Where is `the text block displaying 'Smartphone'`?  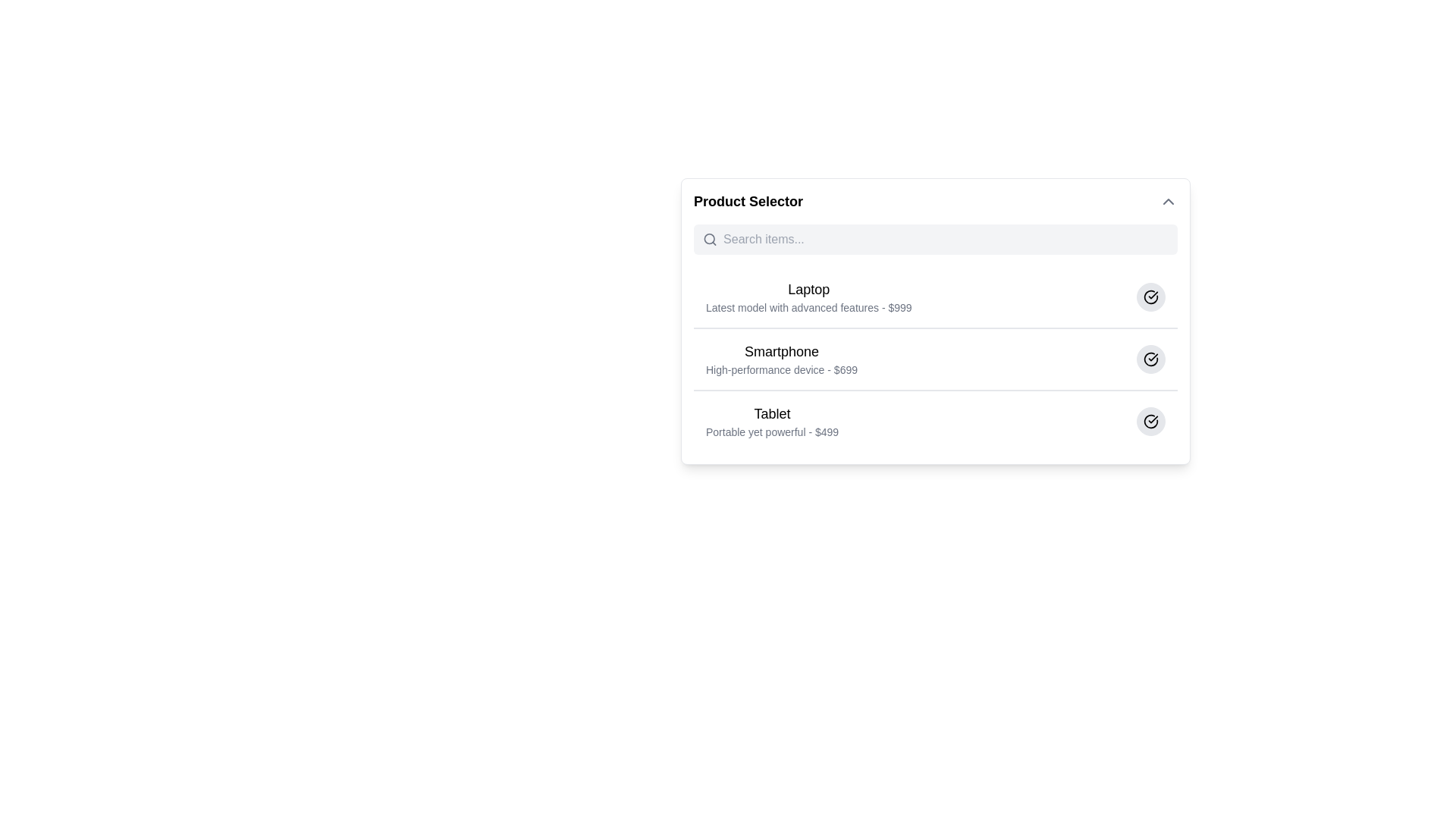
the text block displaying 'Smartphone' is located at coordinates (782, 359).